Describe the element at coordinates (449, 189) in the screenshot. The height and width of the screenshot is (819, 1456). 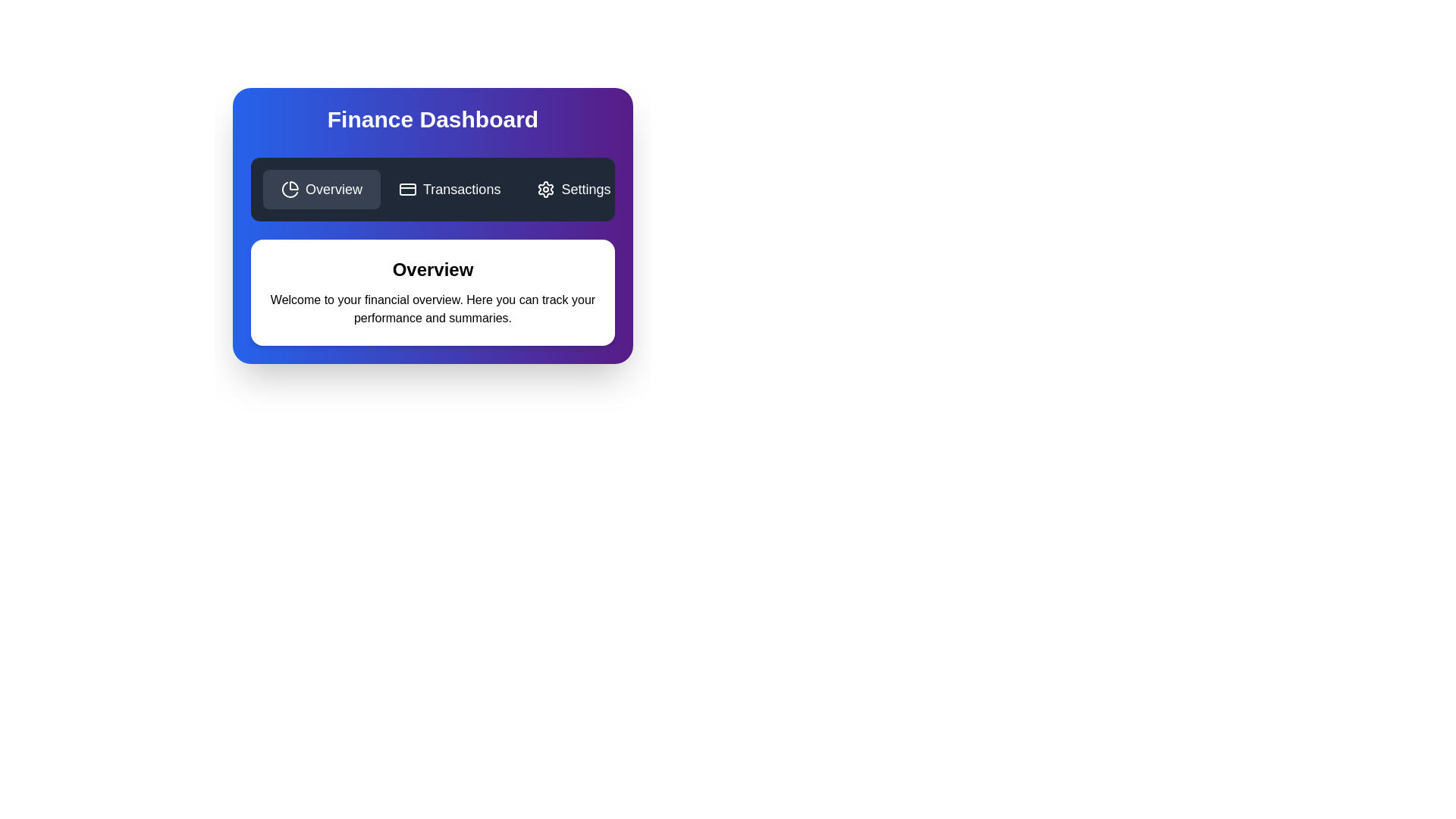
I see `the navigation button for 'Transactions' located at the top-center of the interface` at that location.